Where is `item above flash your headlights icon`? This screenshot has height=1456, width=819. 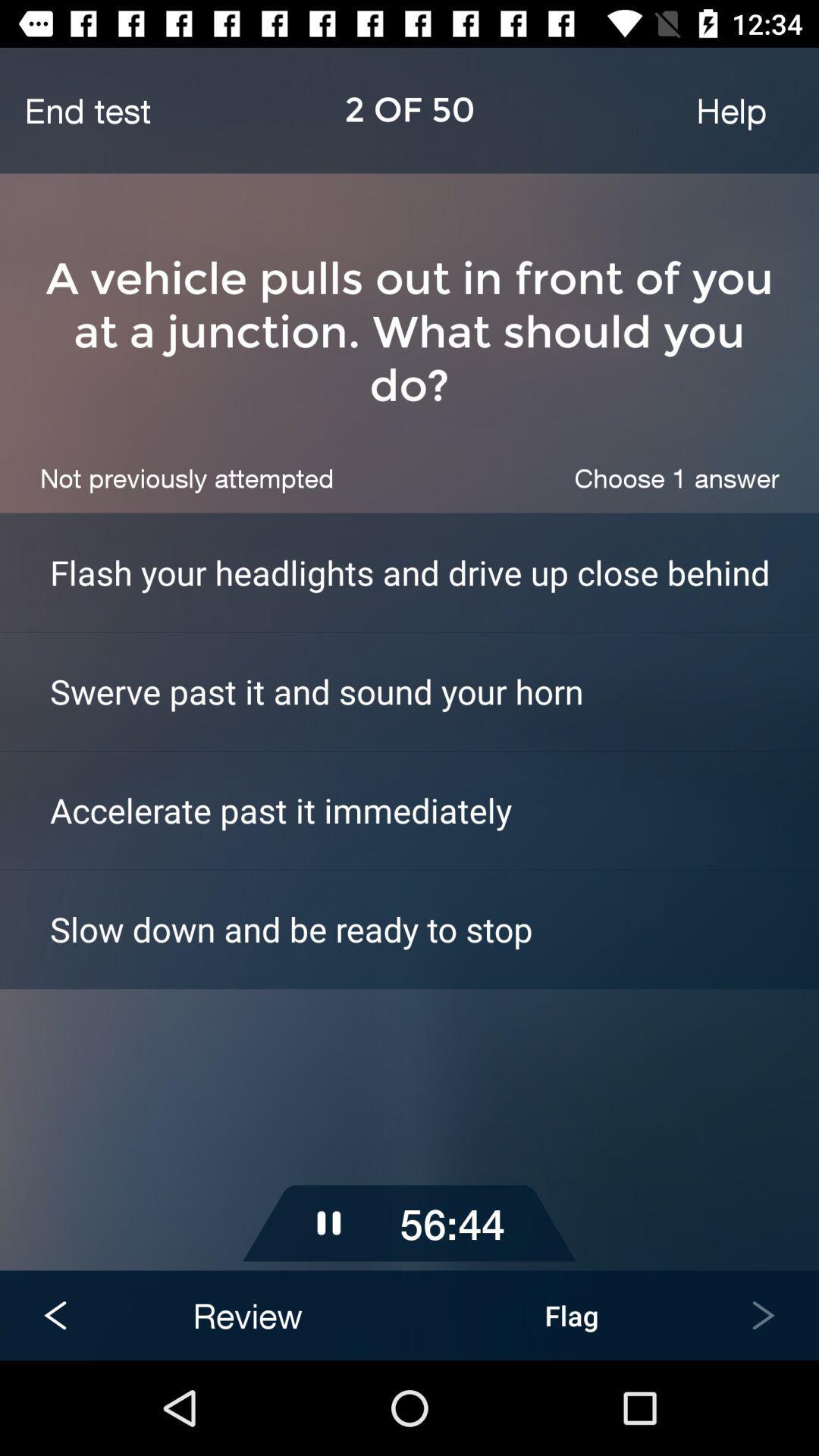 item above flash your headlights icon is located at coordinates (676, 477).